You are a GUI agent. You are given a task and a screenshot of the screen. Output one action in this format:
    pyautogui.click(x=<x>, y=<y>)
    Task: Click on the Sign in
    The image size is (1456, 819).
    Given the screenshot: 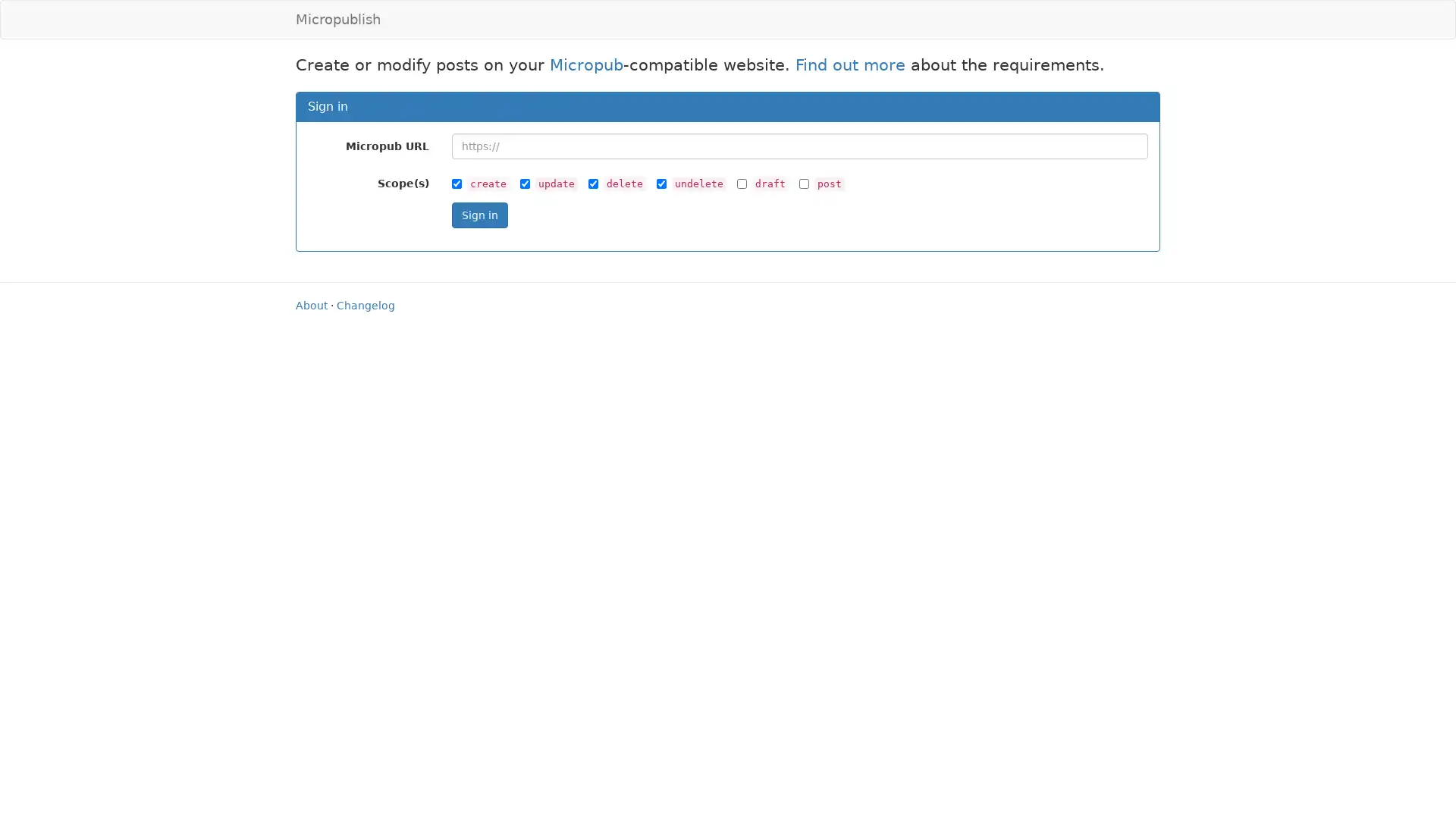 What is the action you would take?
    pyautogui.click(x=479, y=214)
    